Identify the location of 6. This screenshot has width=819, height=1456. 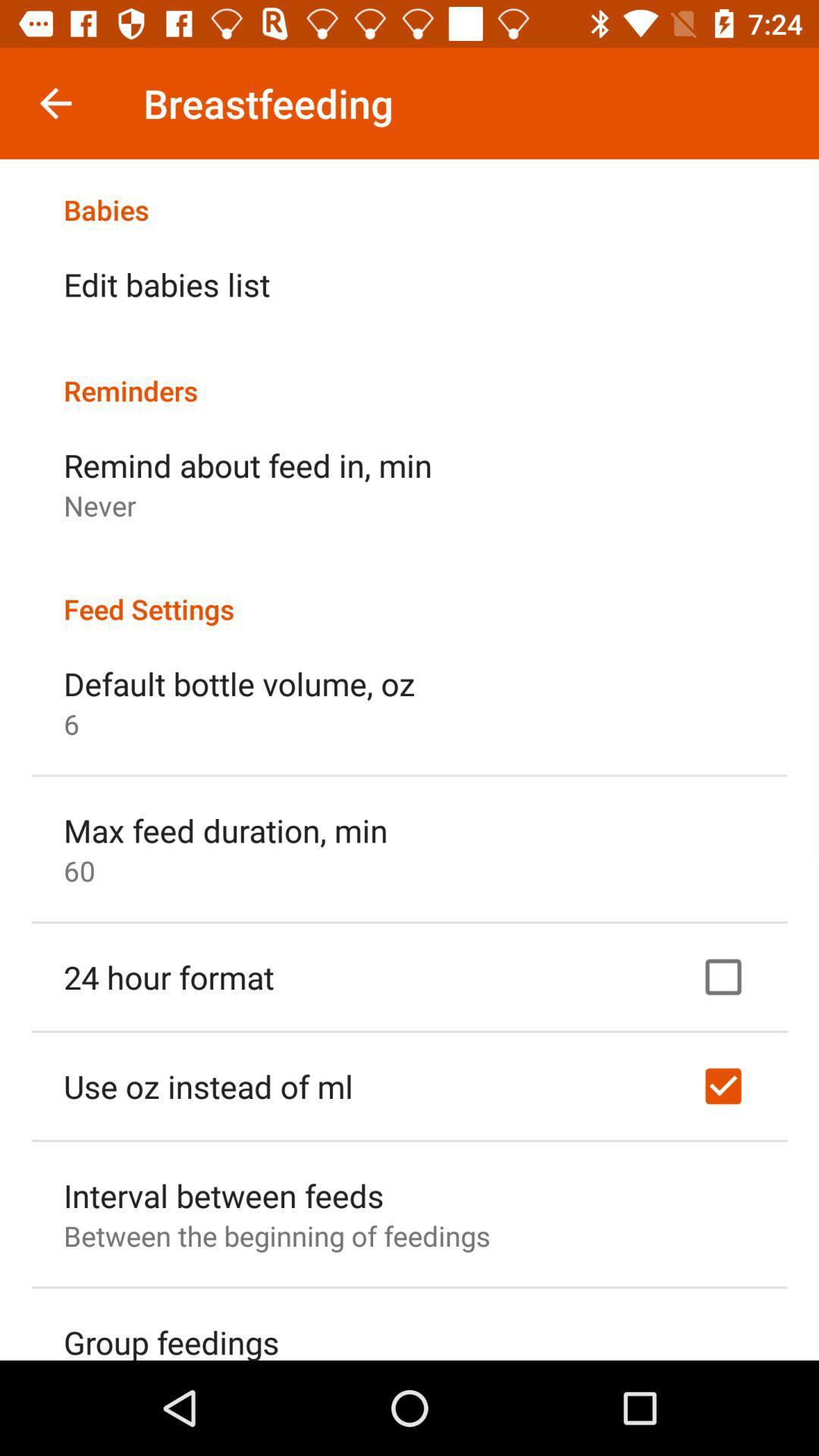
(71, 723).